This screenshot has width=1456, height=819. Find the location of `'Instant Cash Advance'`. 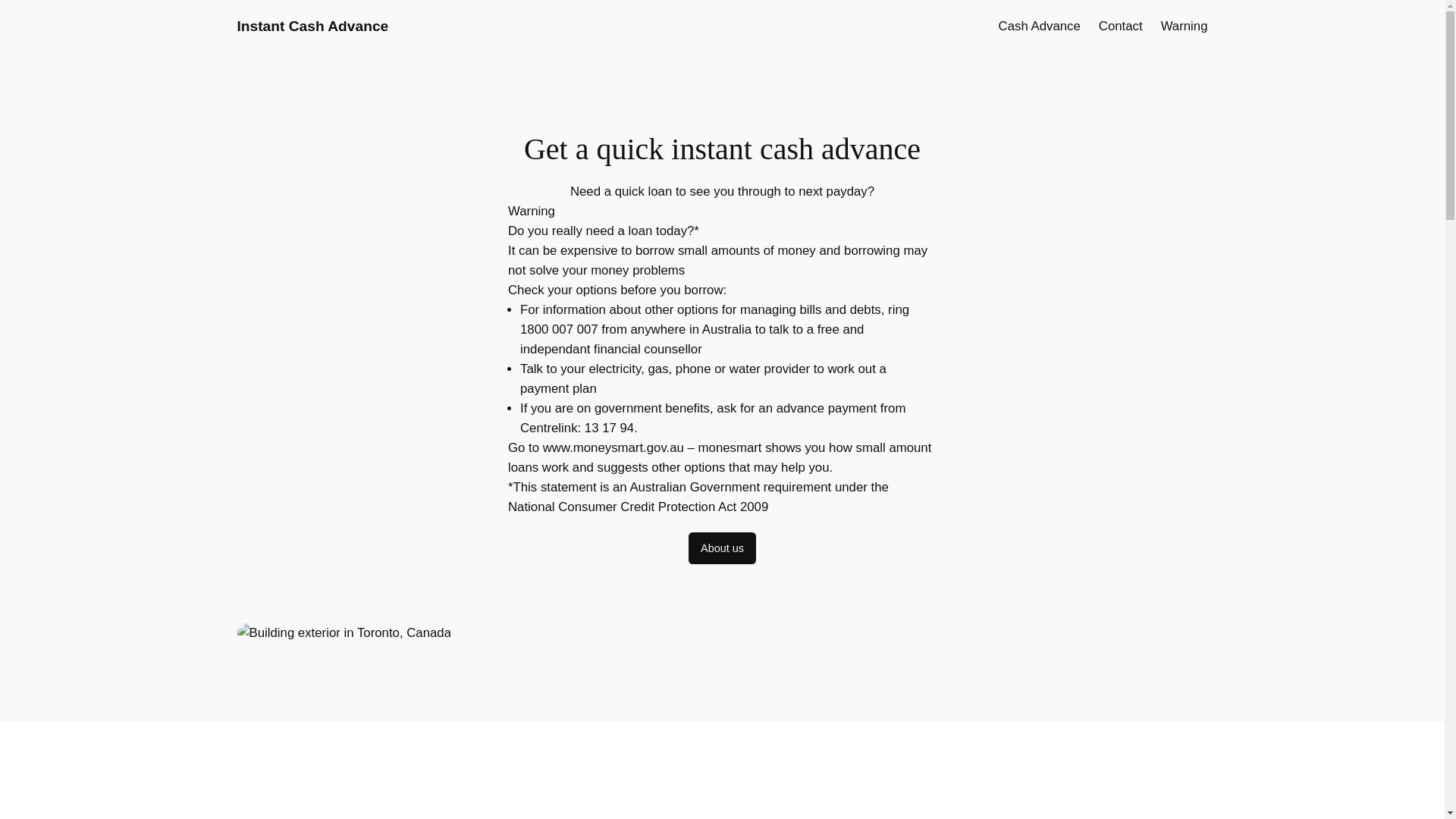

'Instant Cash Advance' is located at coordinates (312, 26).